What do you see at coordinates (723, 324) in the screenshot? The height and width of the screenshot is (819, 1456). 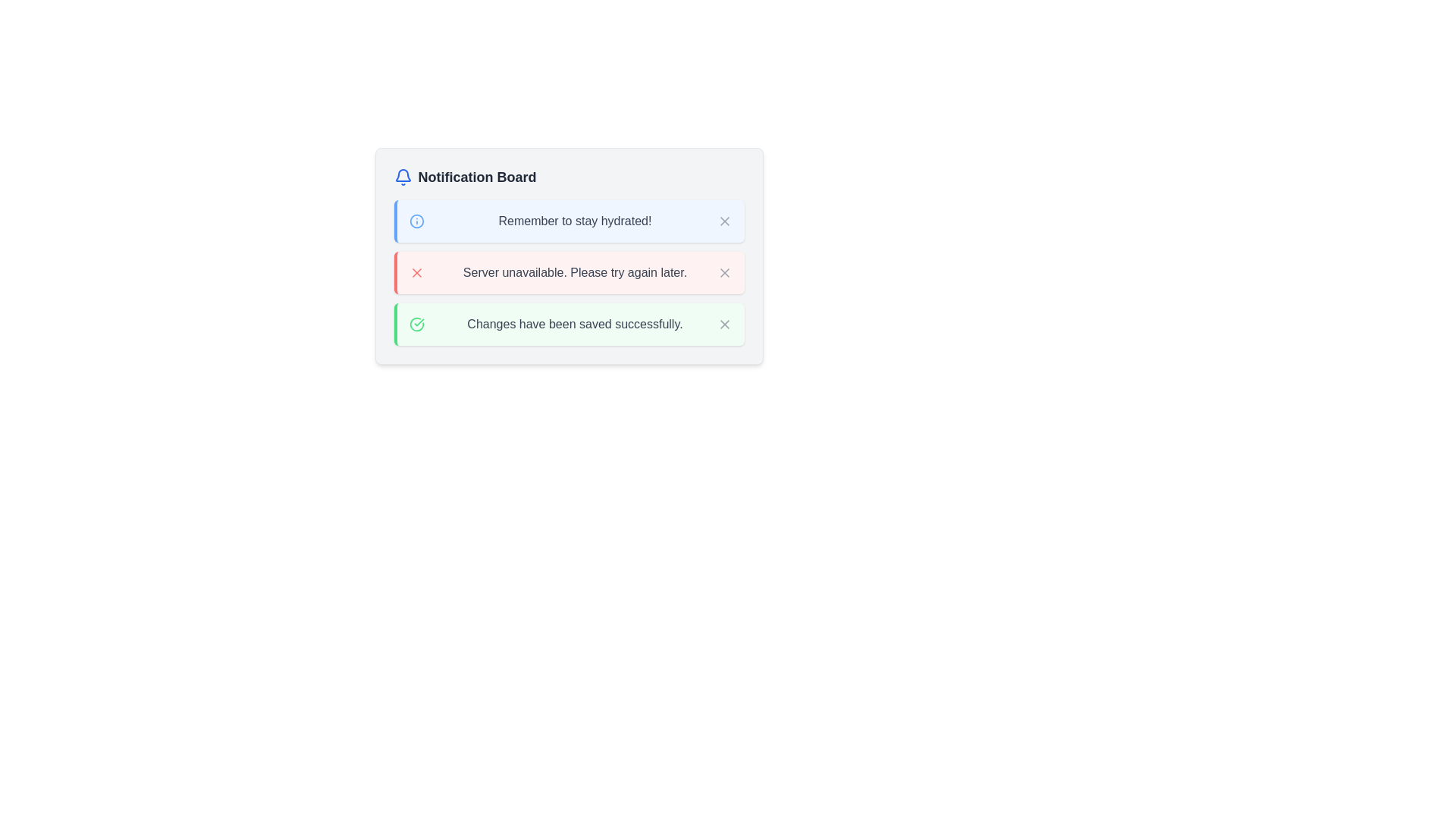 I see `the clickable icon button resembling an 'X' at the right end of the notification message 'Changes have been saved successfully.'` at bounding box center [723, 324].